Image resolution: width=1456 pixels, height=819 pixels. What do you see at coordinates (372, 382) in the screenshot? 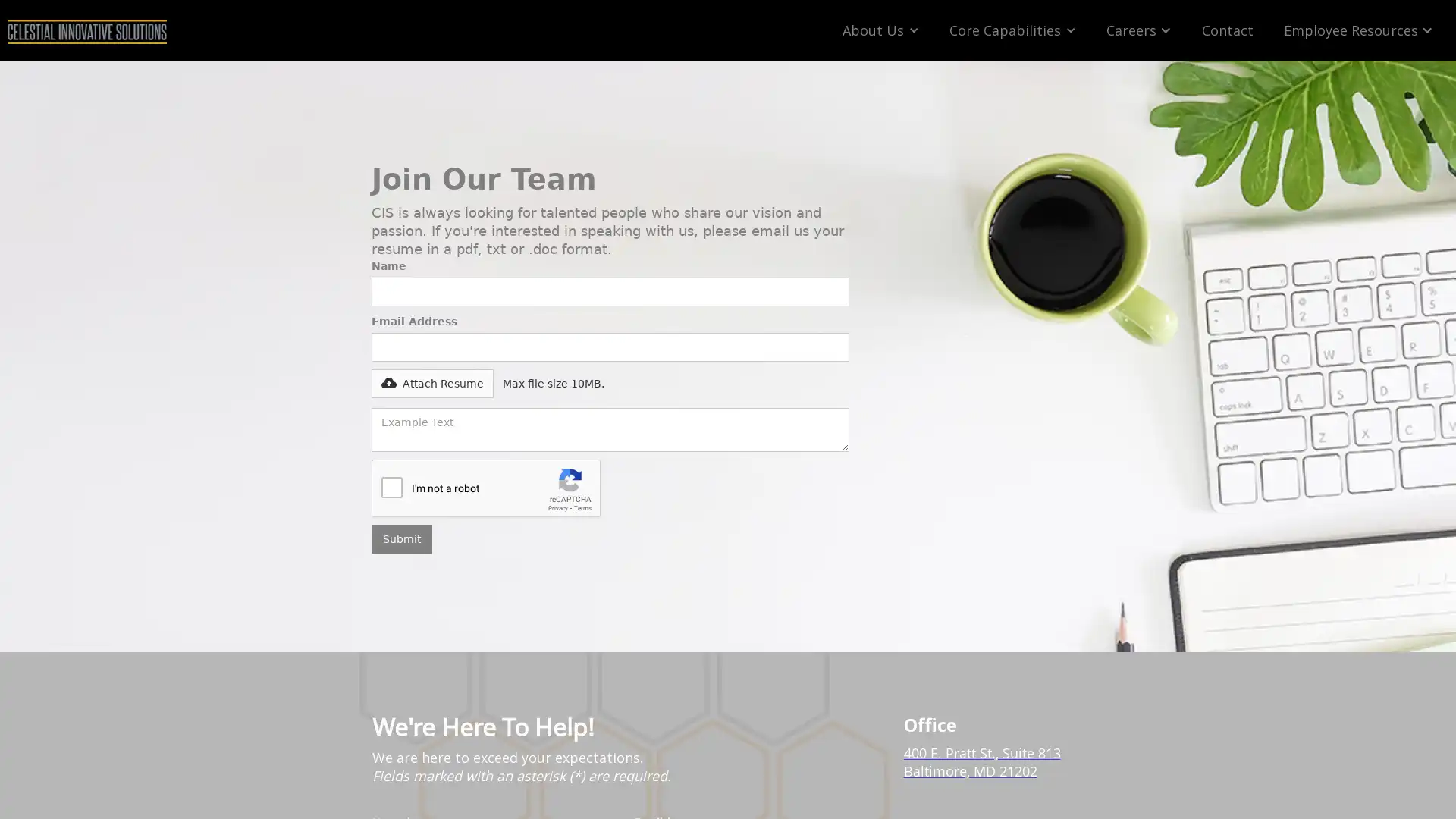
I see `Attach Resume` at bounding box center [372, 382].